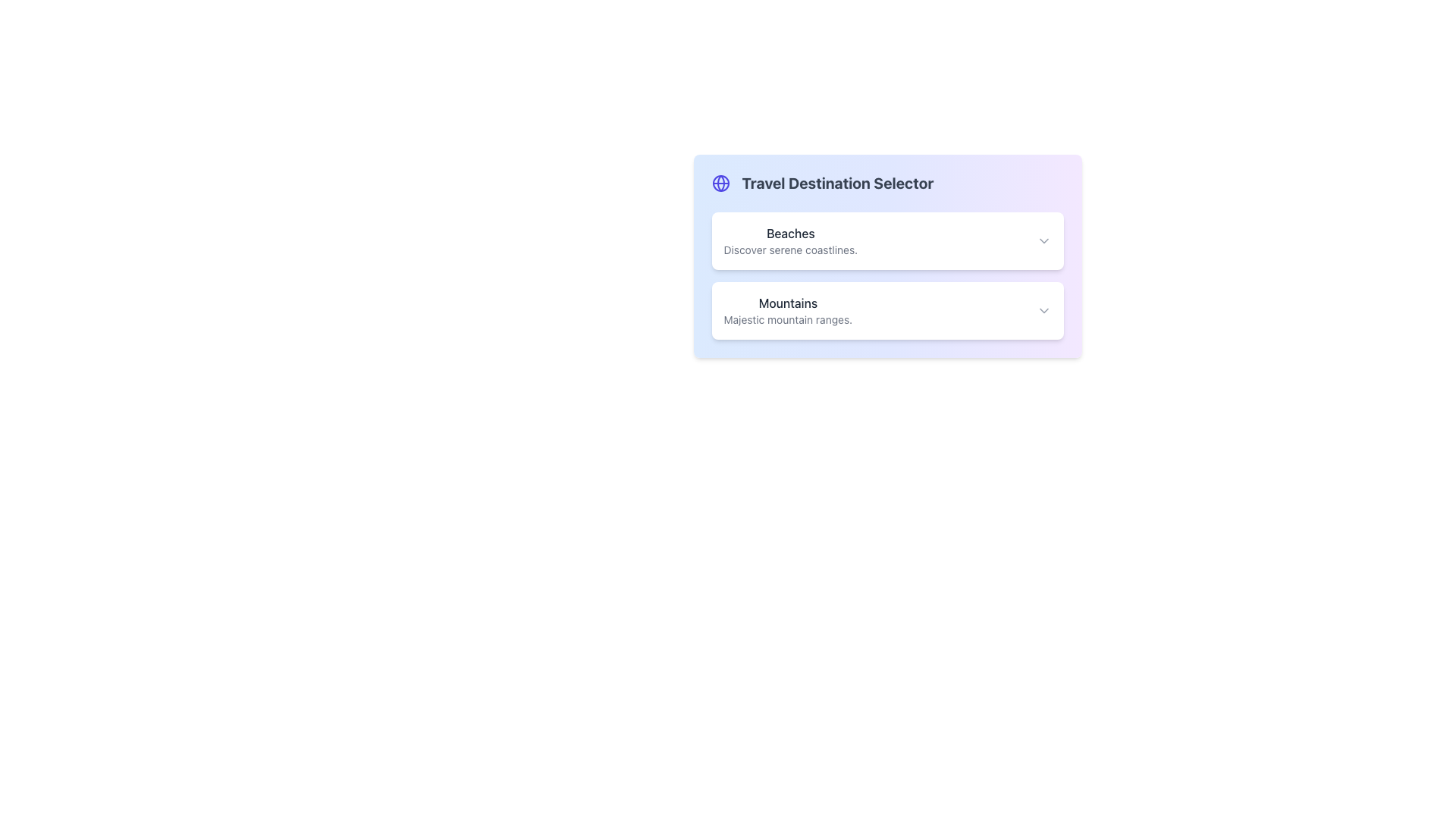 The width and height of the screenshot is (1456, 819). I want to click on title 'Beaches' from the first text block within the first card of the 'Travel Destination Selector' group, which features a bold, dark-gray heading, so click(789, 240).